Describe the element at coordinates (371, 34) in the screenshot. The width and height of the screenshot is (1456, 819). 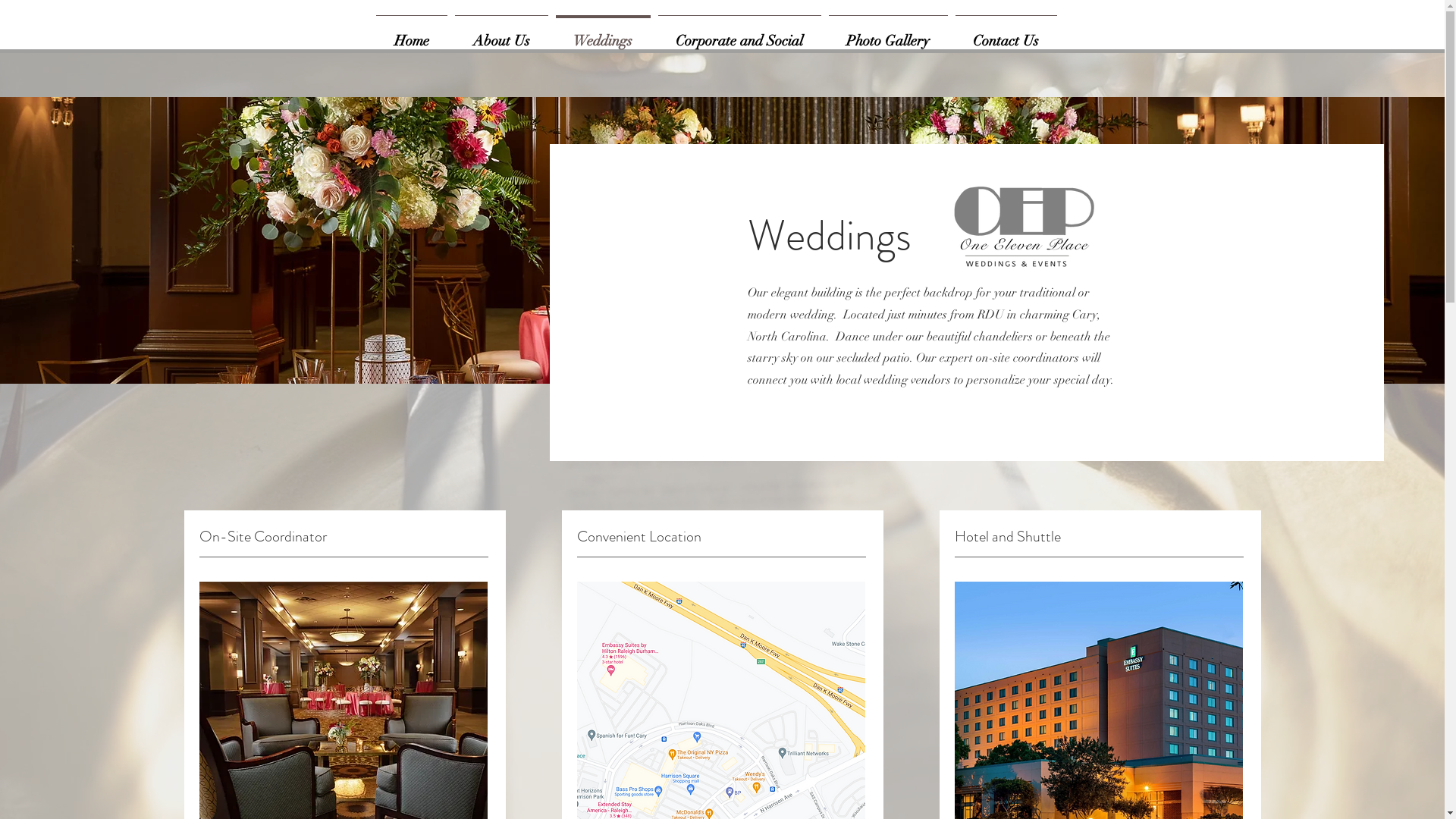
I see `'Home'` at that location.